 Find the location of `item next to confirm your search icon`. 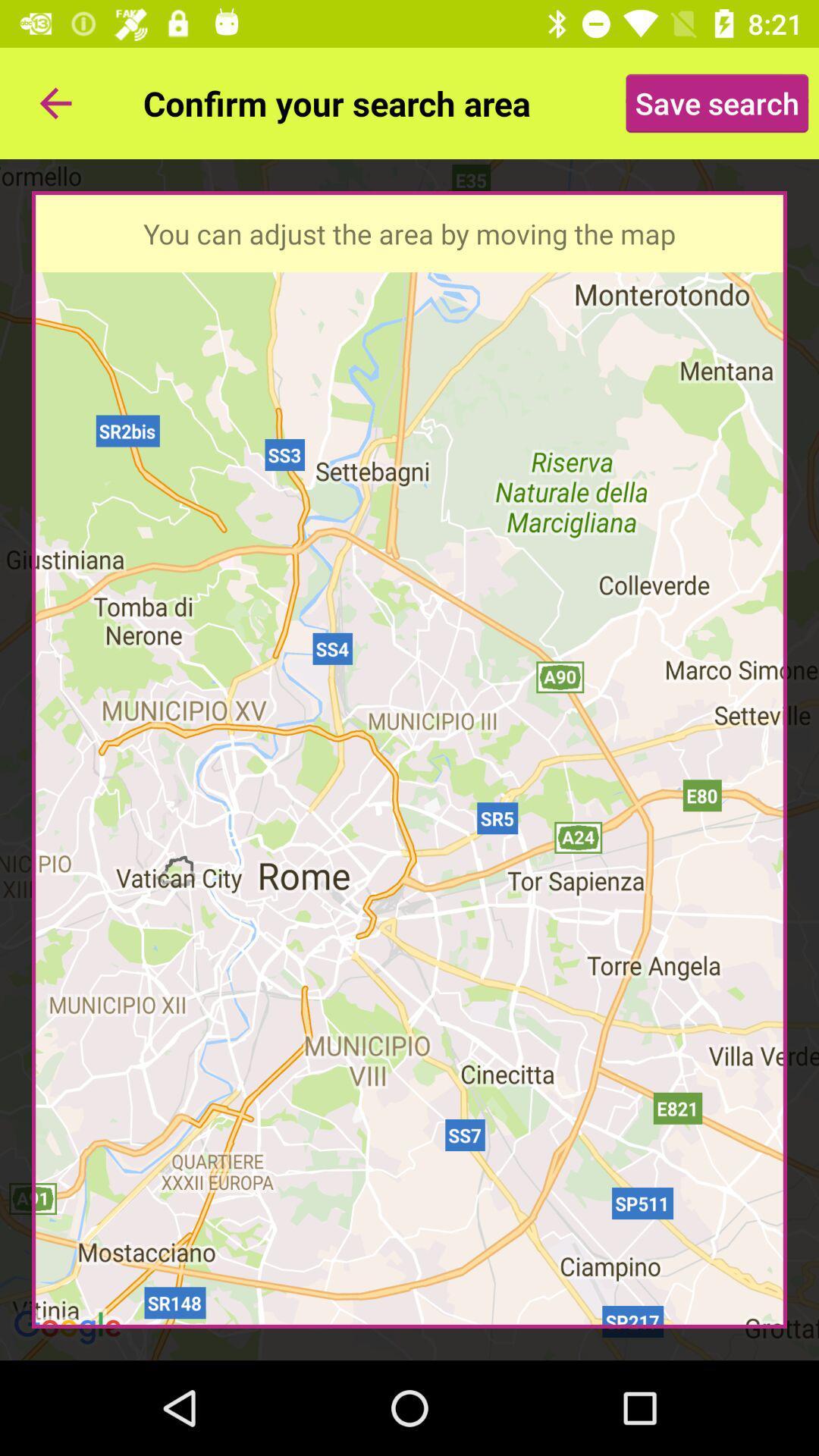

item next to confirm your search icon is located at coordinates (55, 102).